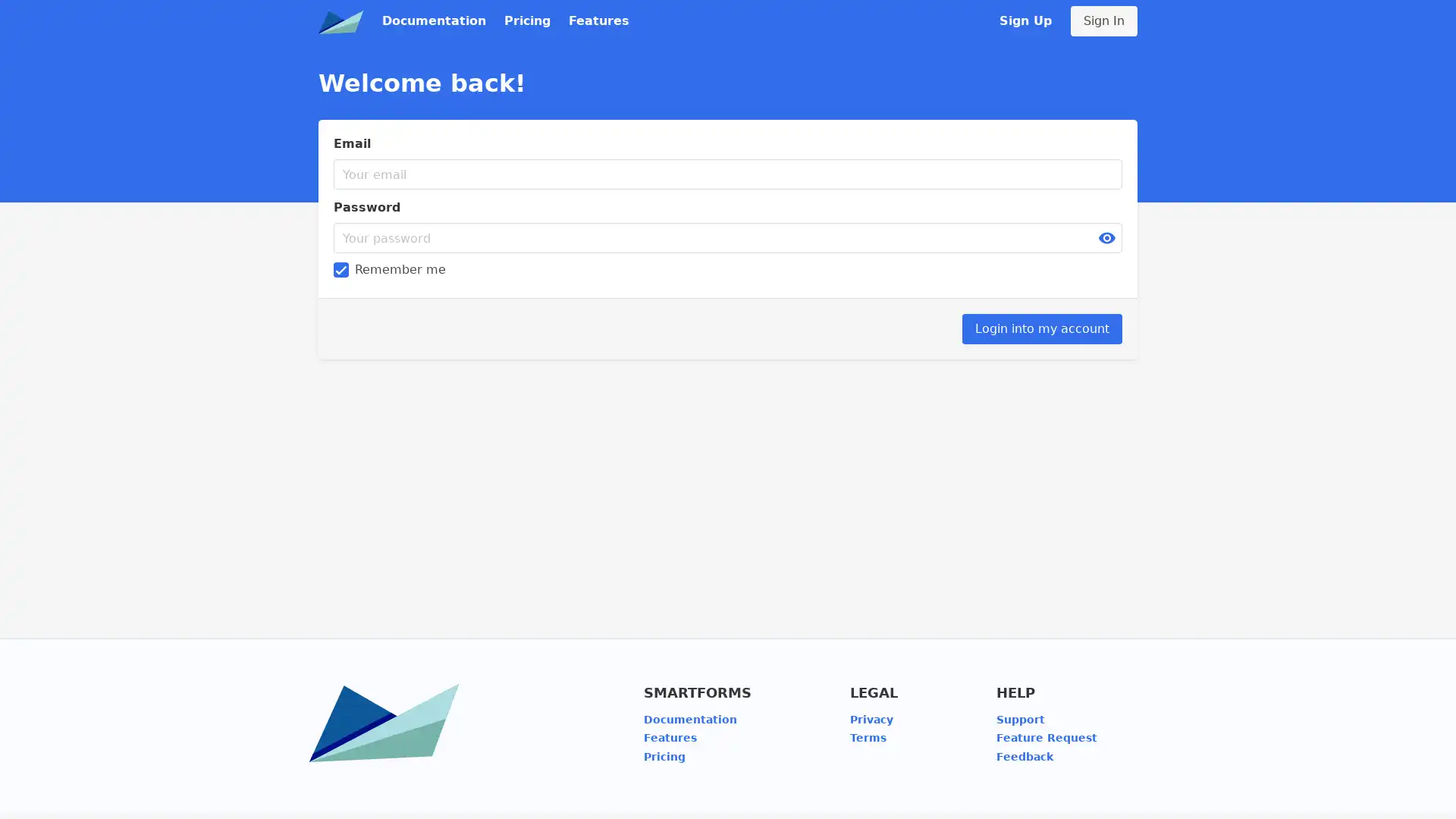 This screenshot has height=819, width=1456. I want to click on Login into my account, so click(1041, 328).